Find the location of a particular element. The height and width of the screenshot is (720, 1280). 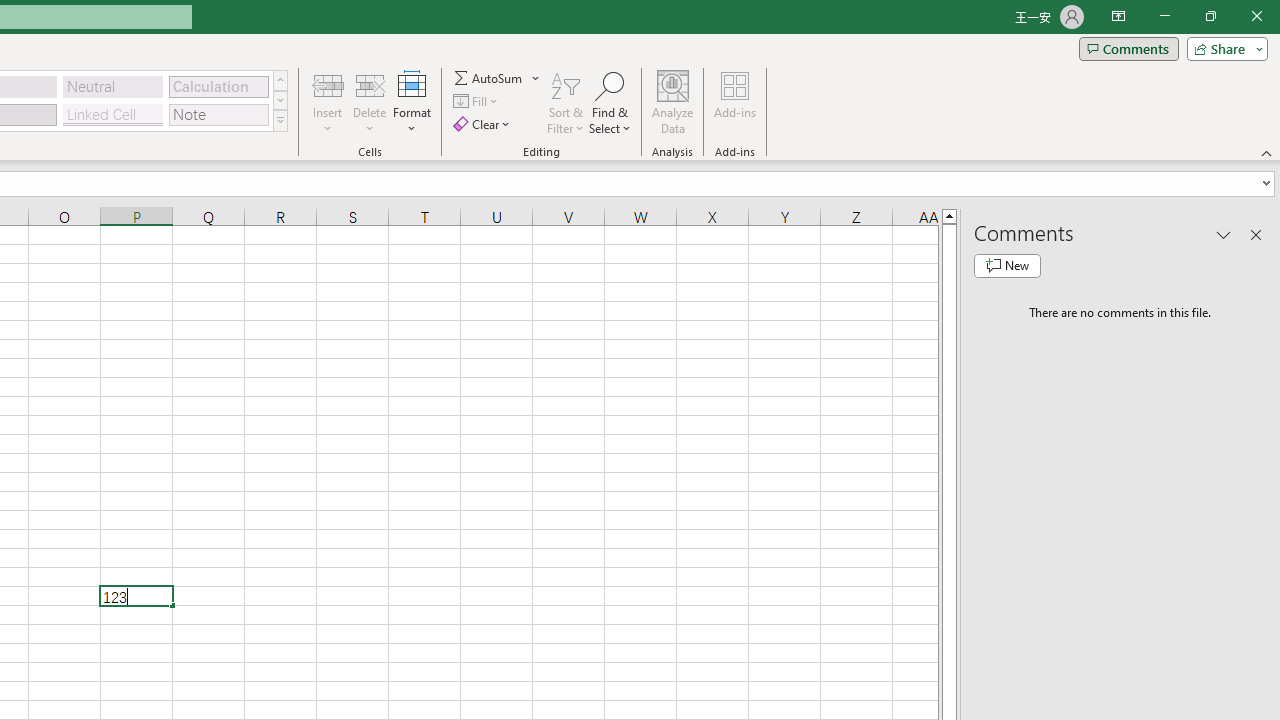

'Sort & Filter' is located at coordinates (565, 103).